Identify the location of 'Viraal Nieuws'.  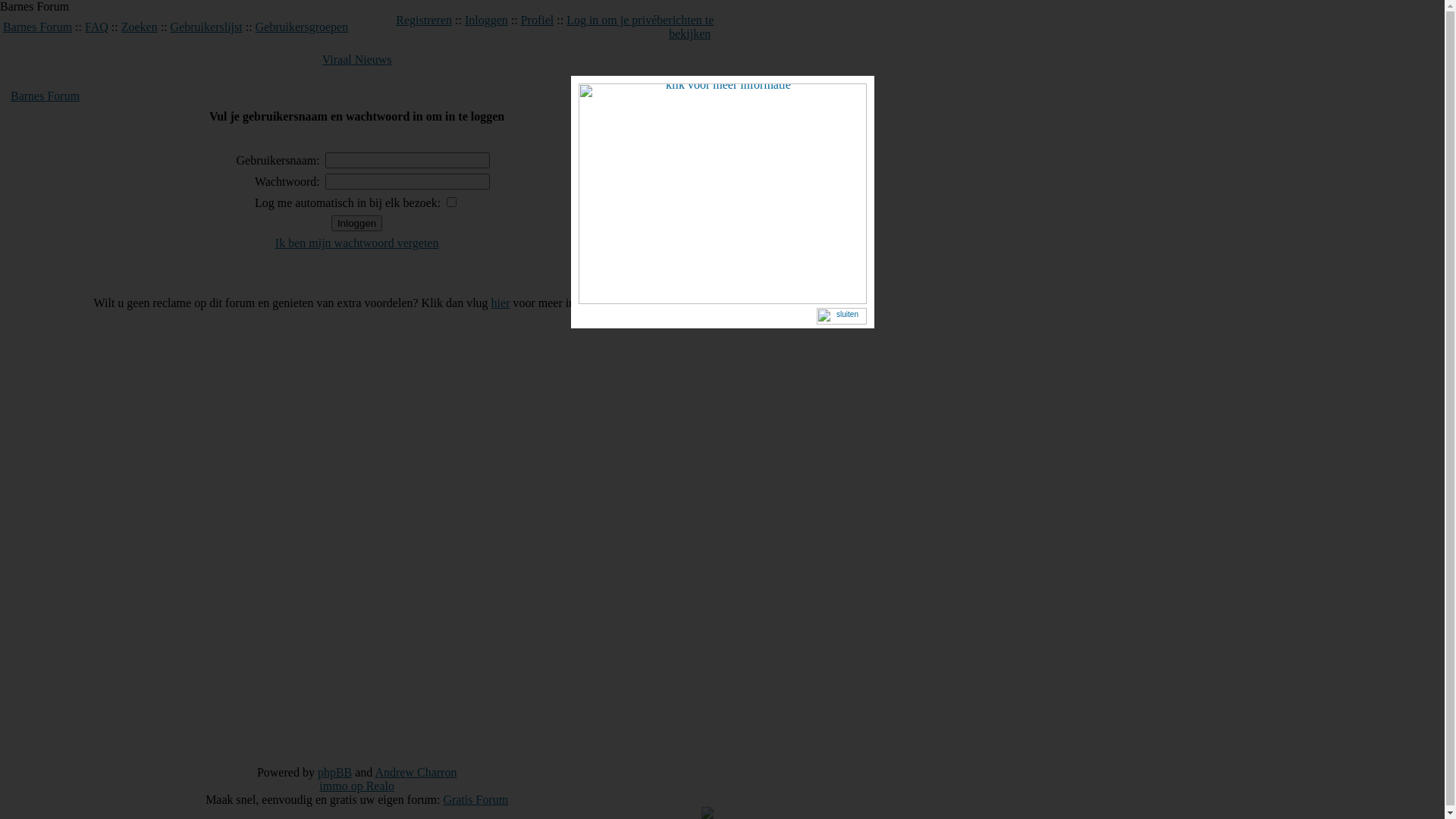
(356, 58).